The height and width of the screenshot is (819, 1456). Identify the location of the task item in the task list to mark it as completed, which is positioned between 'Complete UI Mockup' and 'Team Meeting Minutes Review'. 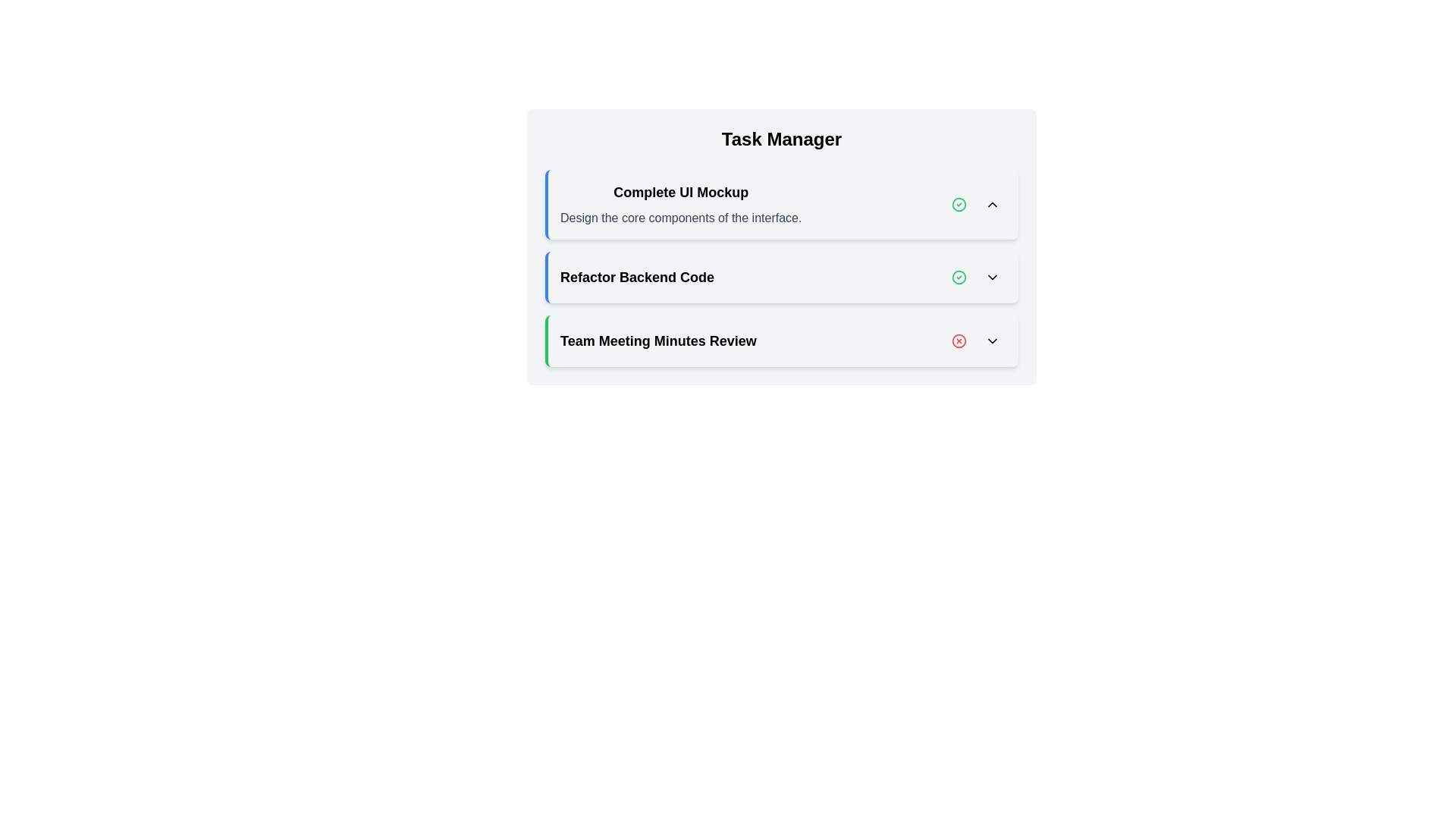
(783, 278).